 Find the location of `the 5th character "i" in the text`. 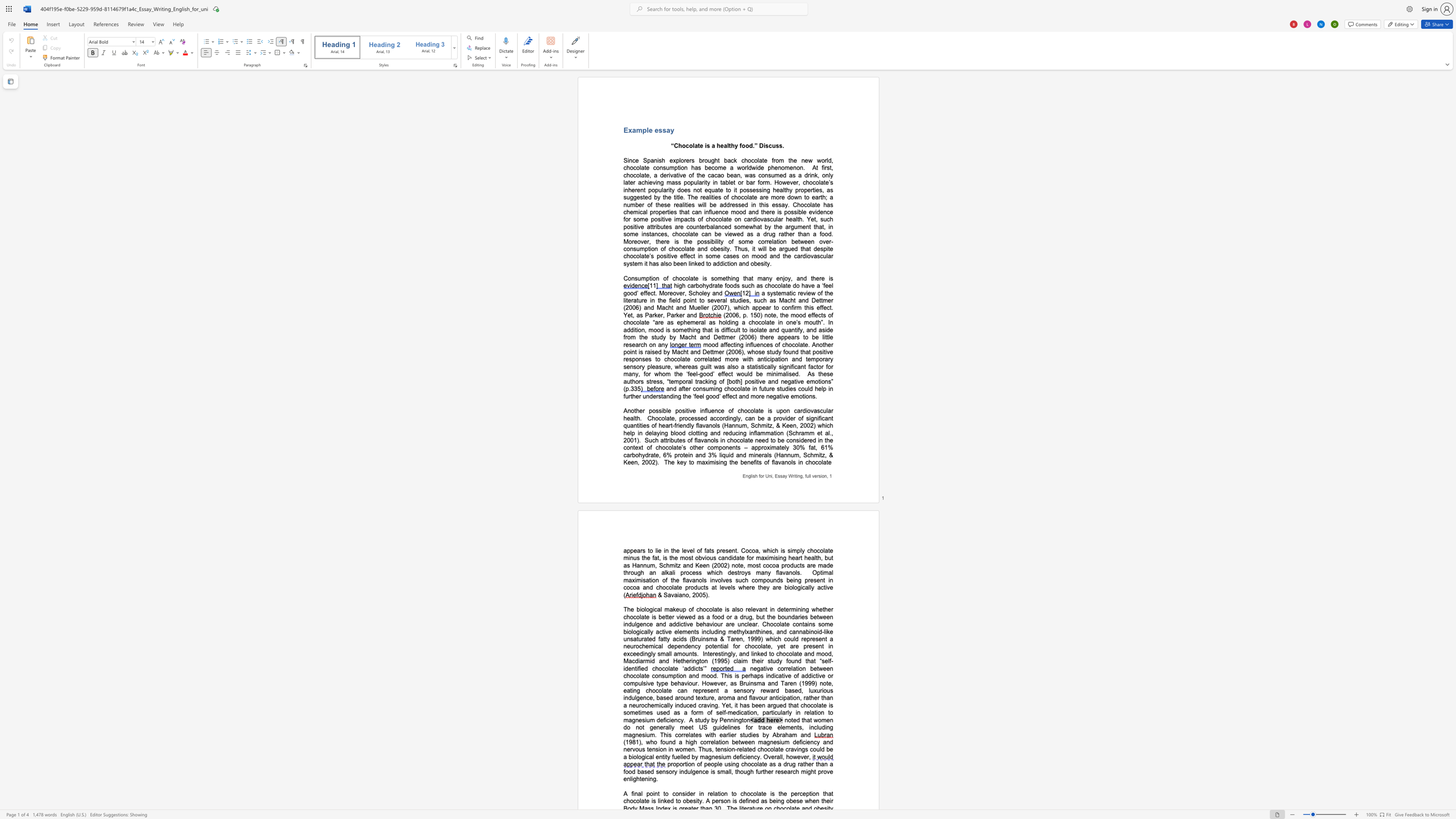

the 5th character "i" in the text is located at coordinates (764, 263).